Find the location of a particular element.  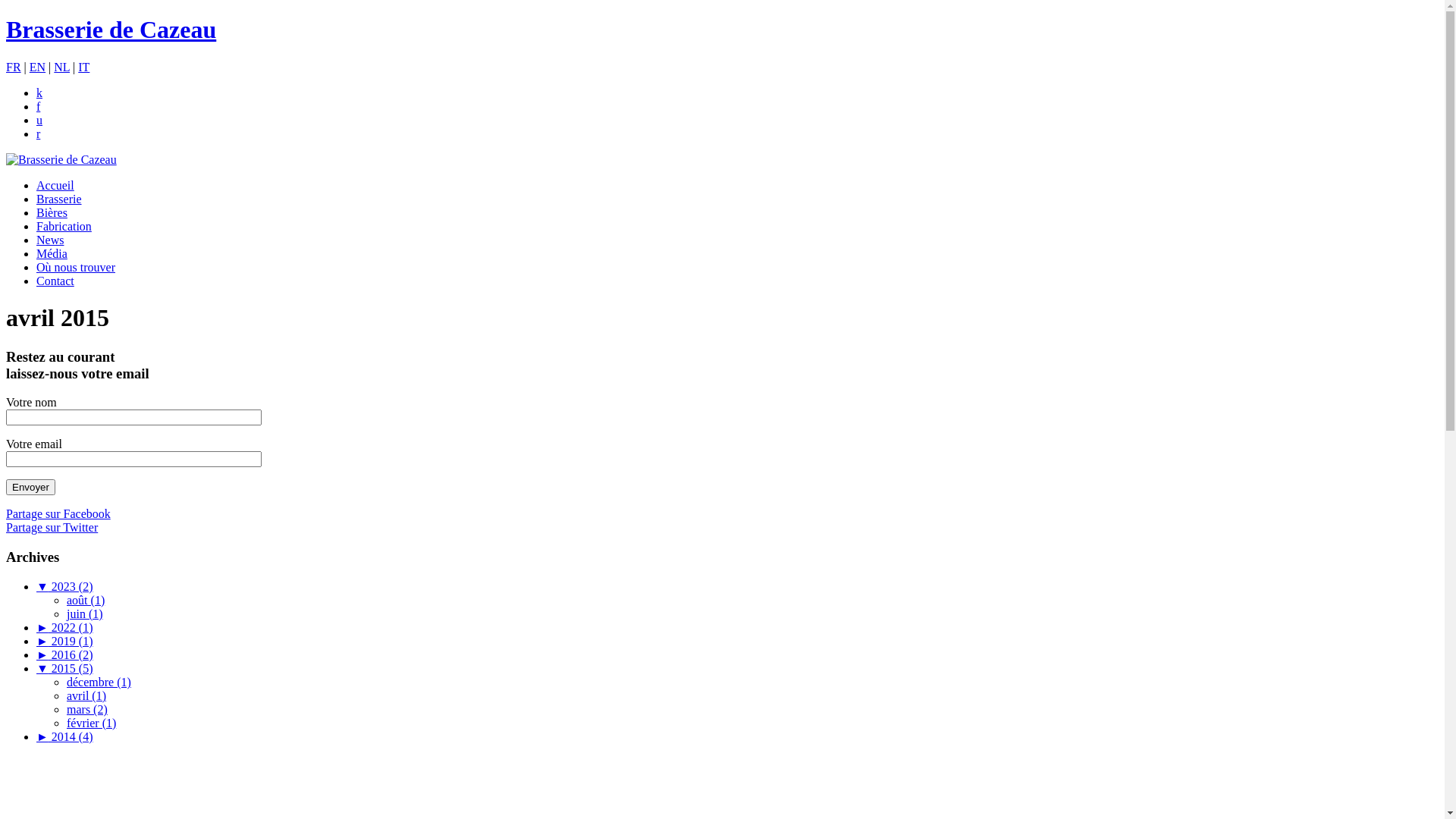

'News' is located at coordinates (50, 239).